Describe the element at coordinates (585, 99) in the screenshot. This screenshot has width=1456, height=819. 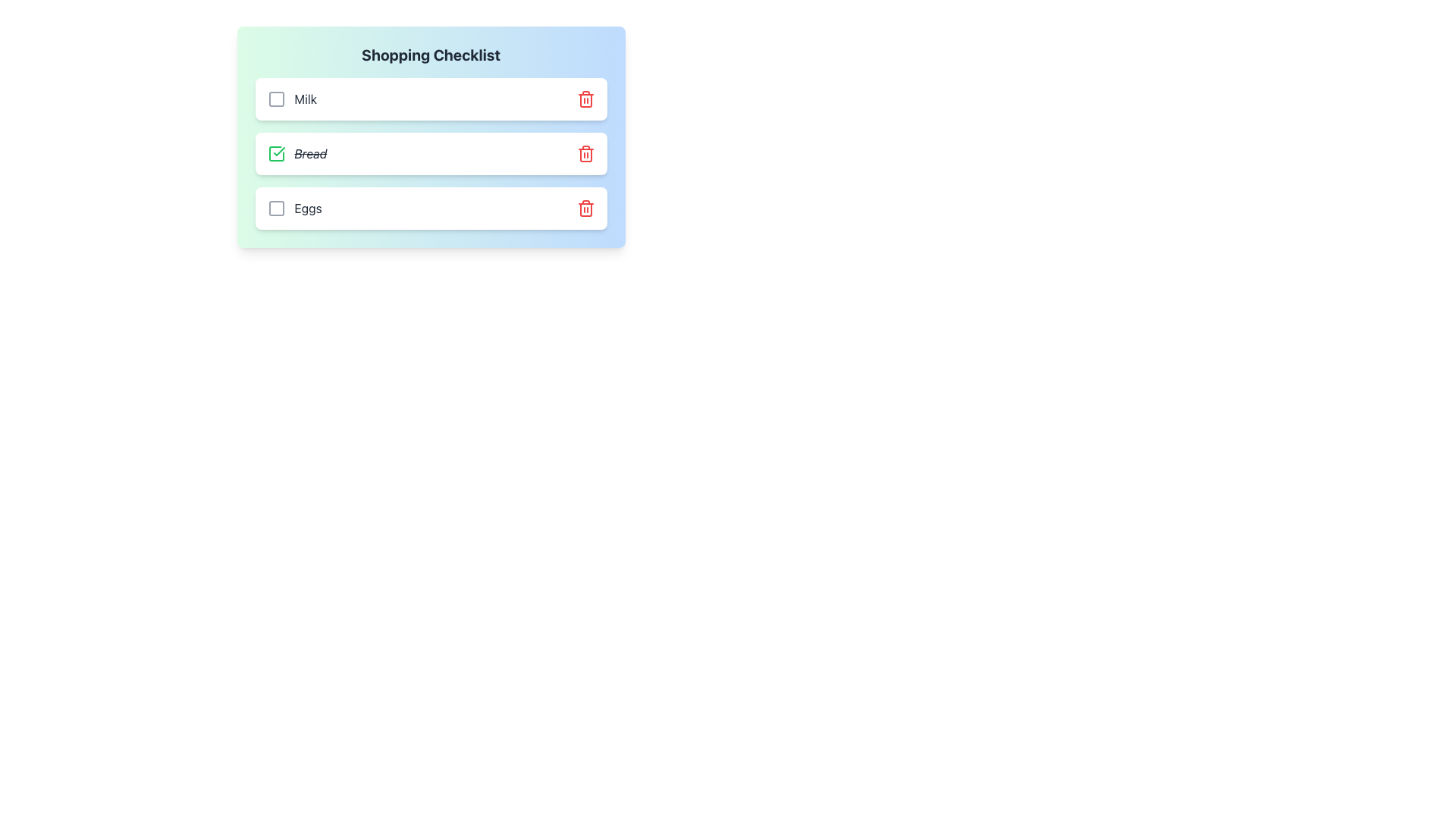
I see `the delete button icon associated with the 'Milk' item in the 'Shopping Checklist' for keyboard interactions` at that location.